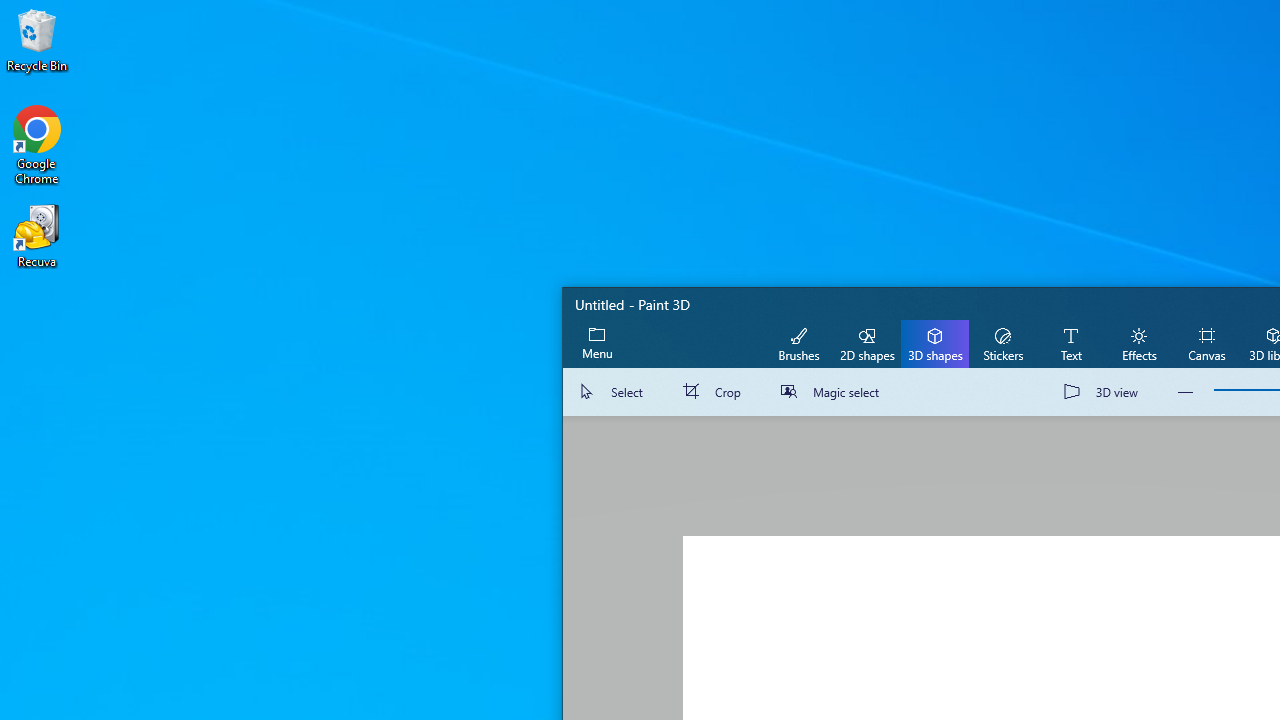 This screenshot has height=720, width=1280. I want to click on '3D shapes', so click(934, 342).